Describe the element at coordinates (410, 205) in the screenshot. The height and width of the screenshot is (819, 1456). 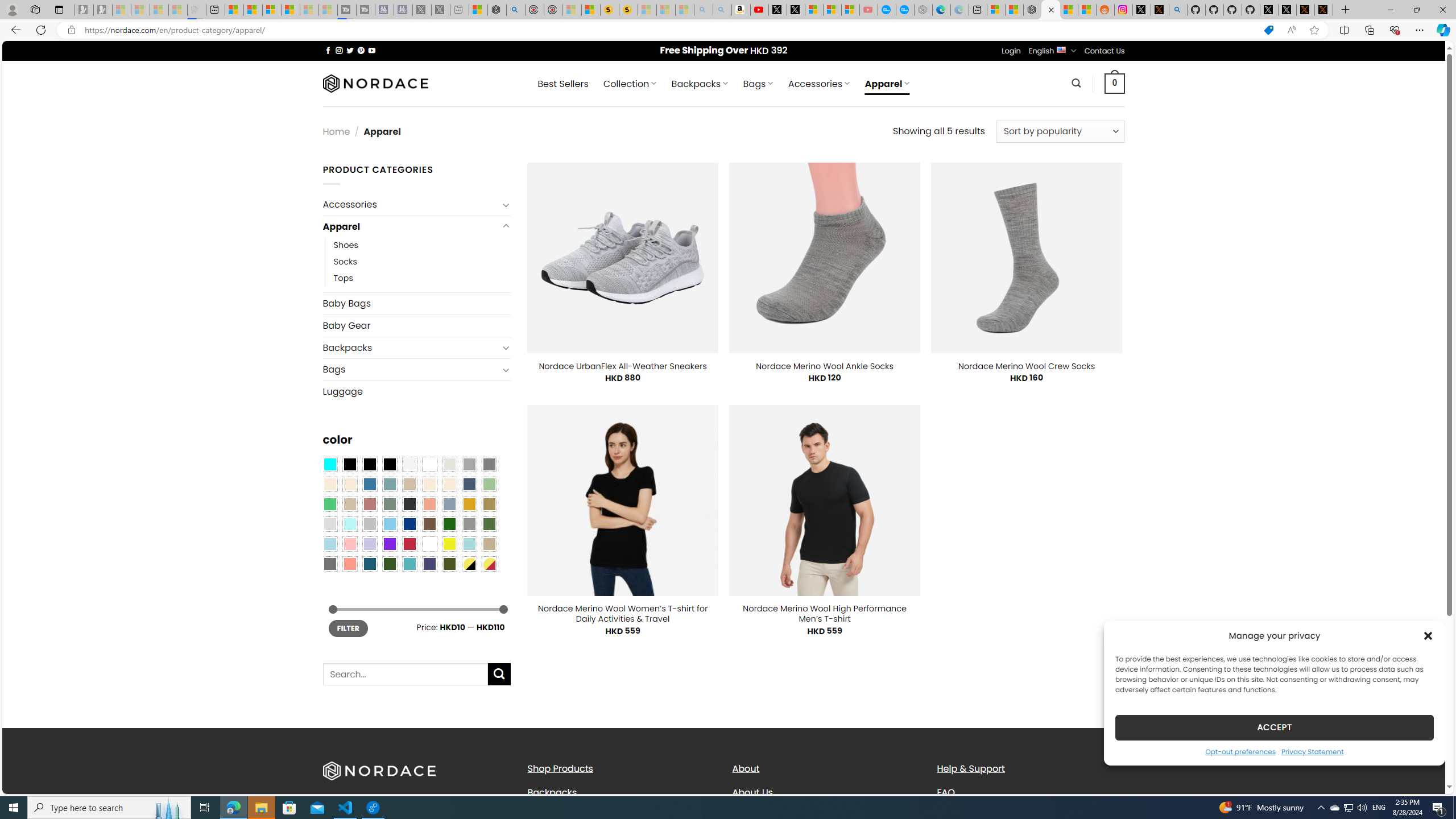
I see `'Accessories'` at that location.